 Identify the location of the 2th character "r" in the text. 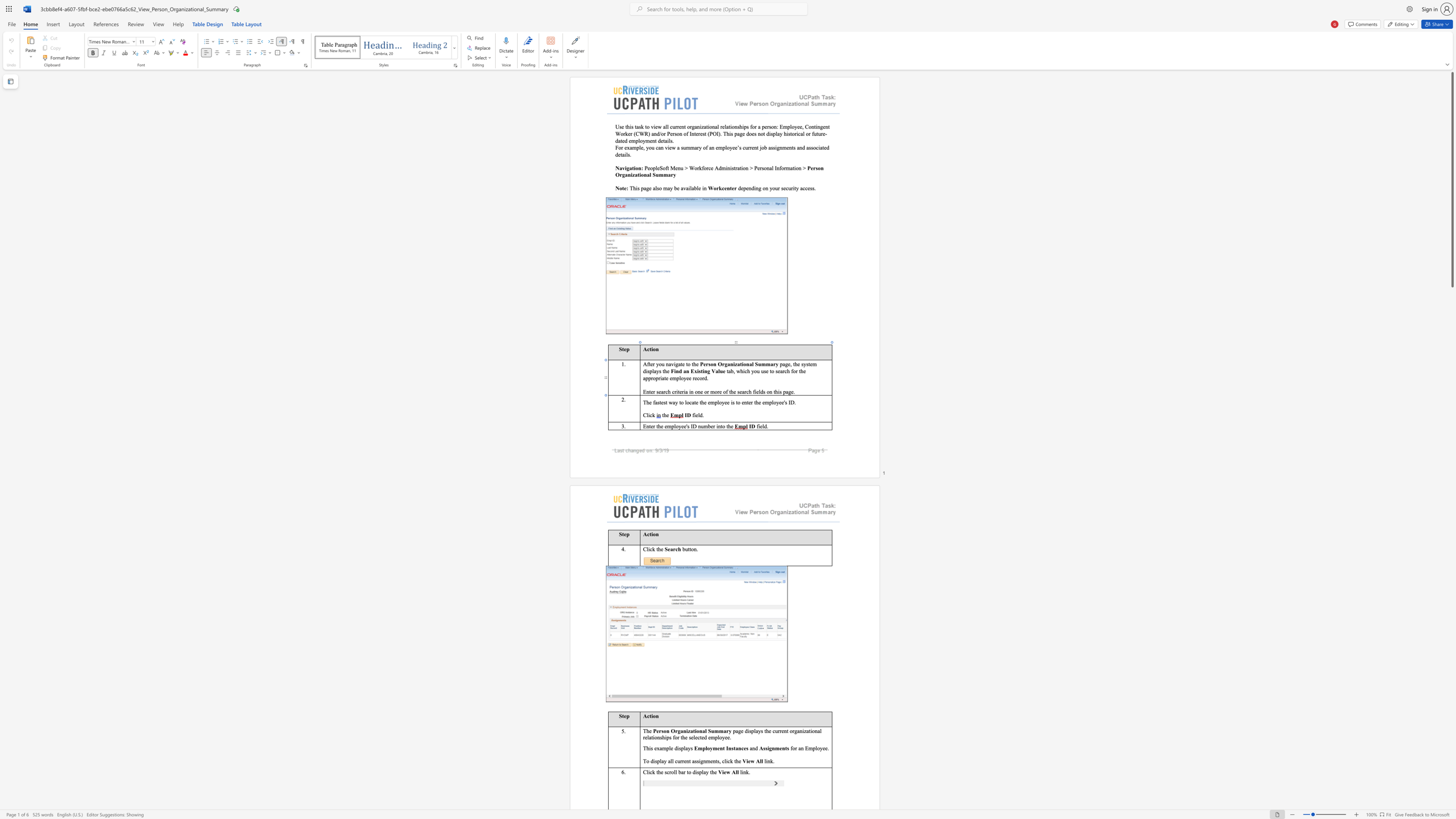
(684, 771).